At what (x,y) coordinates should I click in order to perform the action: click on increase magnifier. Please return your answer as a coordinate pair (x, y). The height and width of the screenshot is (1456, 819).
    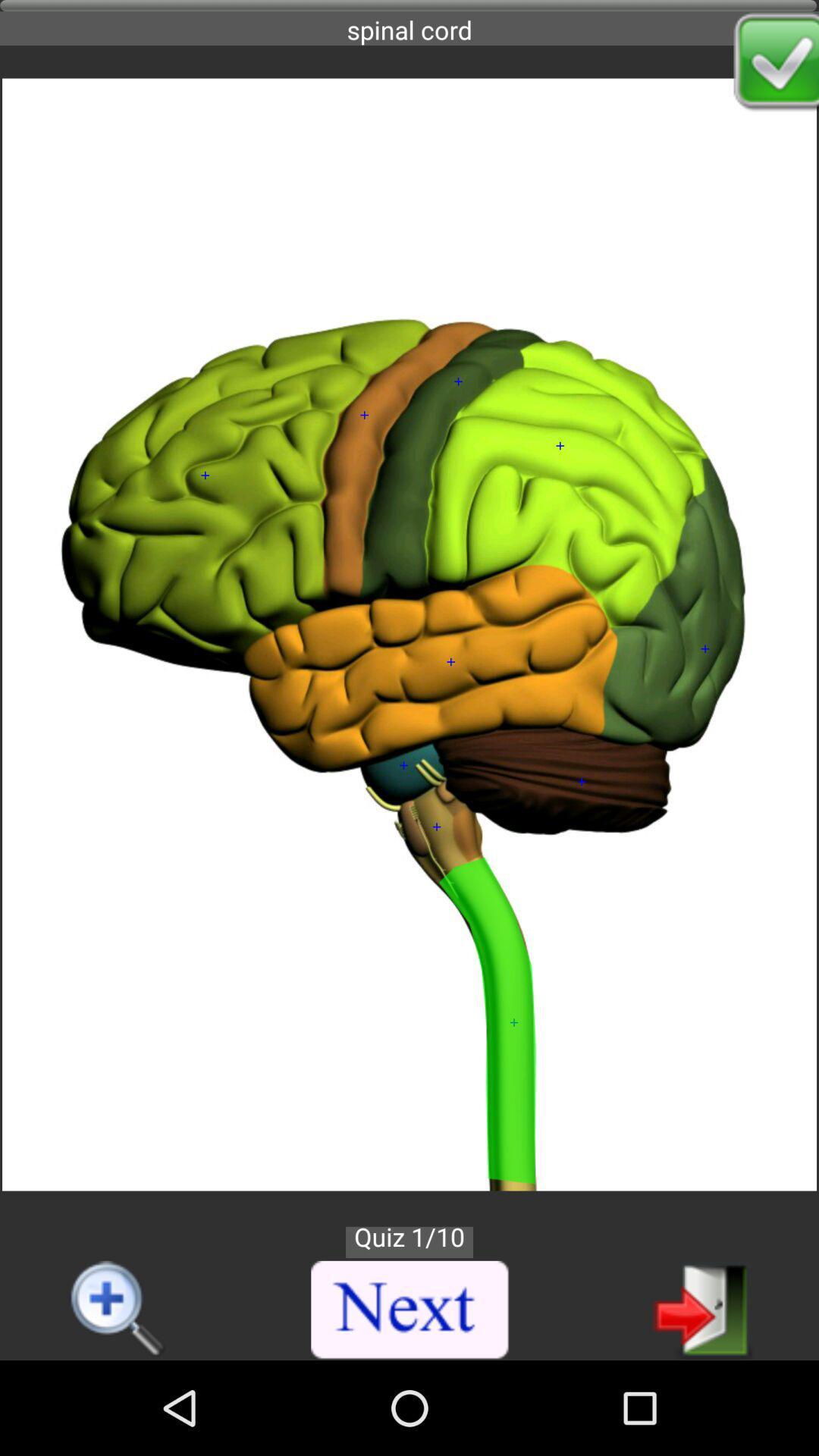
    Looking at the image, I should click on (118, 1310).